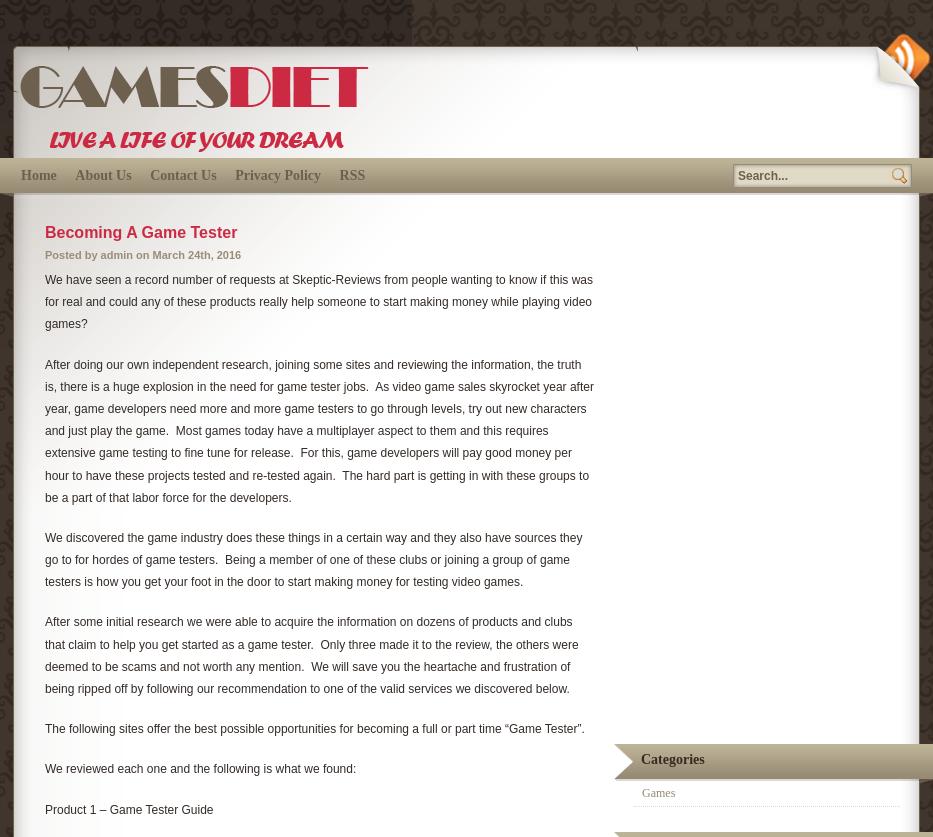 The image size is (933, 837). I want to click on 'Games', so click(657, 791).